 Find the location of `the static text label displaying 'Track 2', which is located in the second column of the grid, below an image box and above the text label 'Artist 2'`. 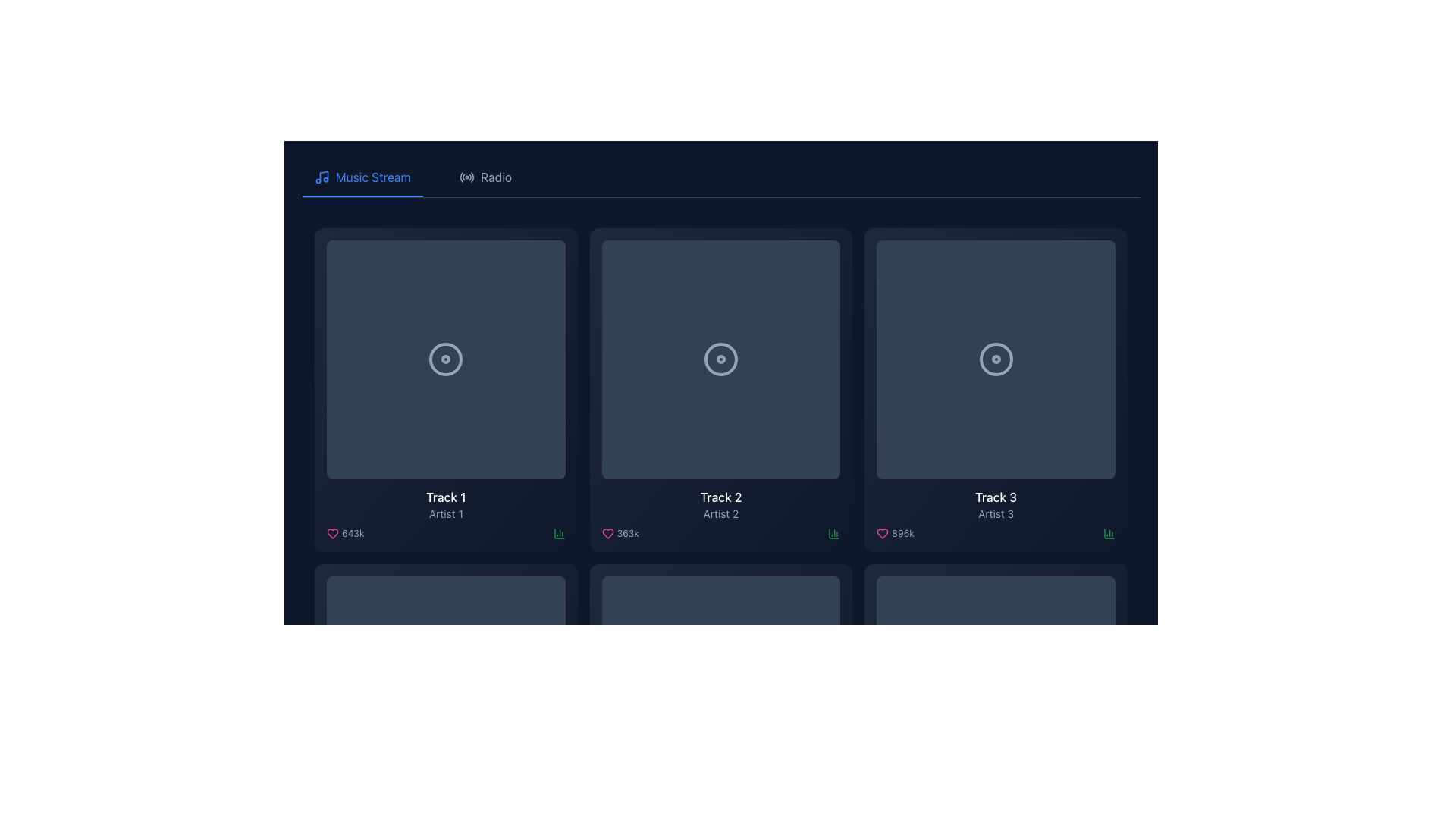

the static text label displaying 'Track 2', which is located in the second column of the grid, below an image box and above the text label 'Artist 2' is located at coordinates (720, 497).